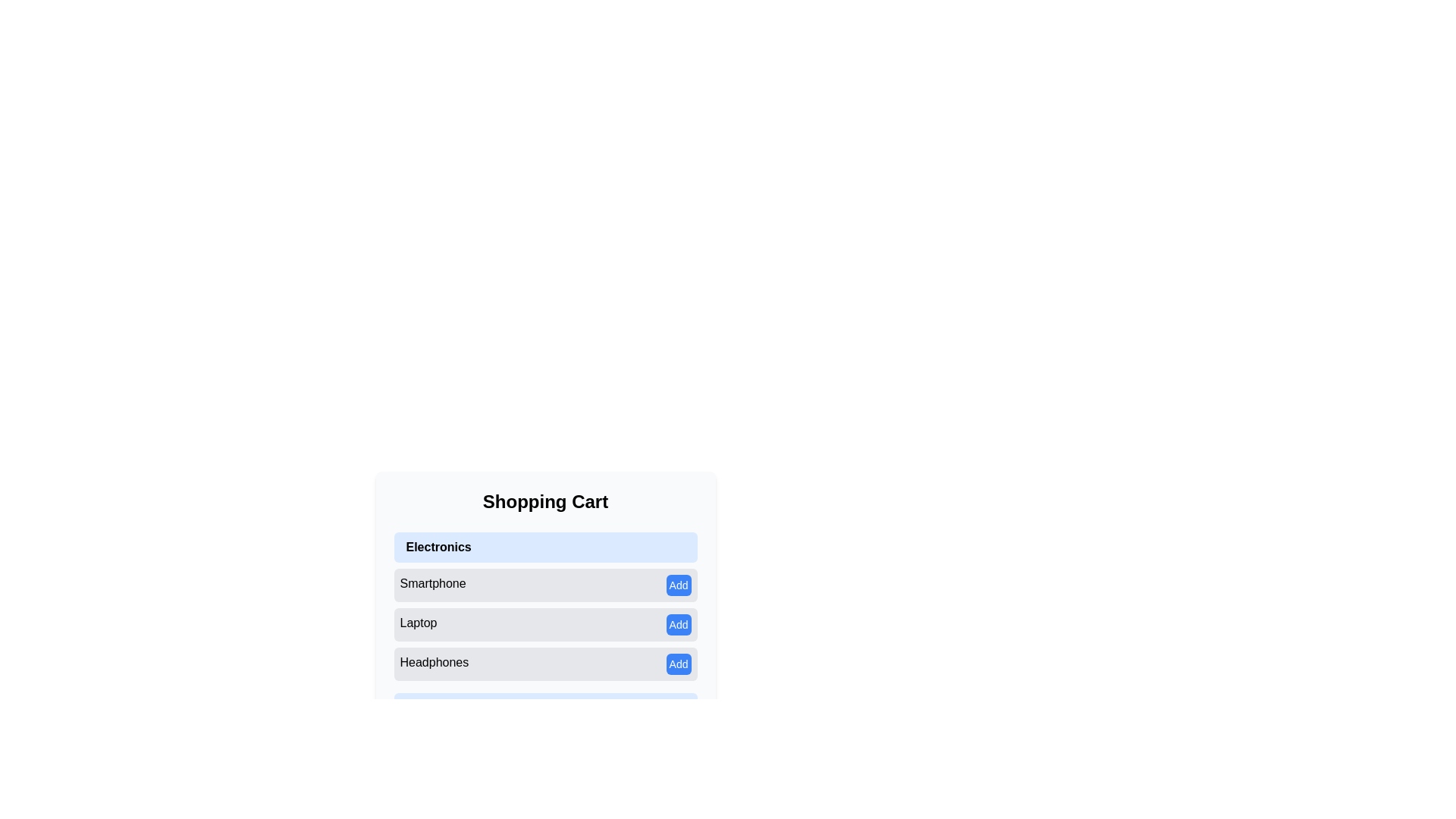 The height and width of the screenshot is (819, 1456). What do you see at coordinates (678, 584) in the screenshot?
I see `the 'Add' button with a rounded blue background located in the rightmost part of the first item under the 'Electronics' category, specifically under 'Smartphone', to prepare for keyboard interaction` at bounding box center [678, 584].